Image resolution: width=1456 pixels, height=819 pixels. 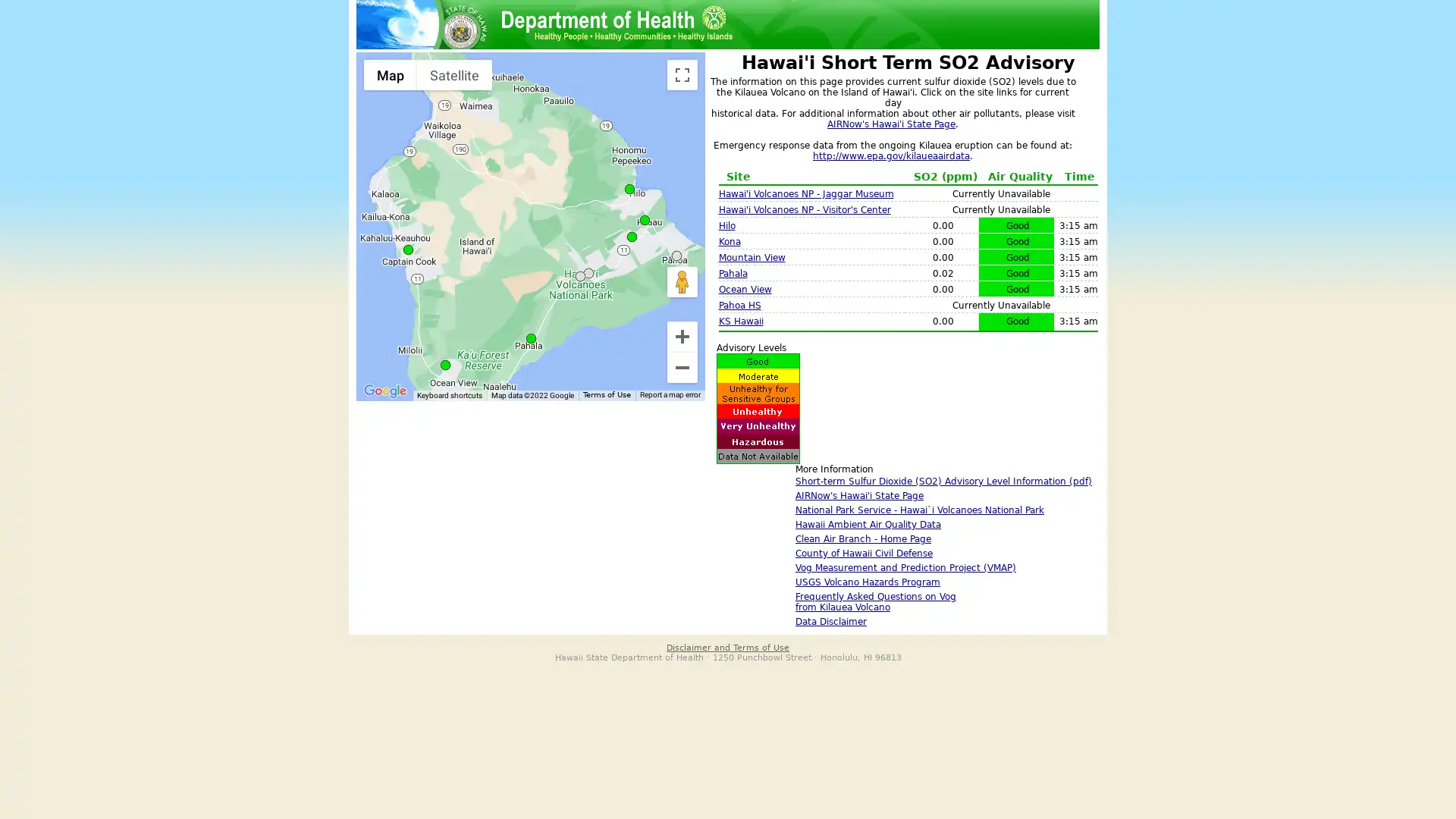 I want to click on Hawaii Volcanoes NP - Visitor's Center: No Data, so click(x=588, y=273).